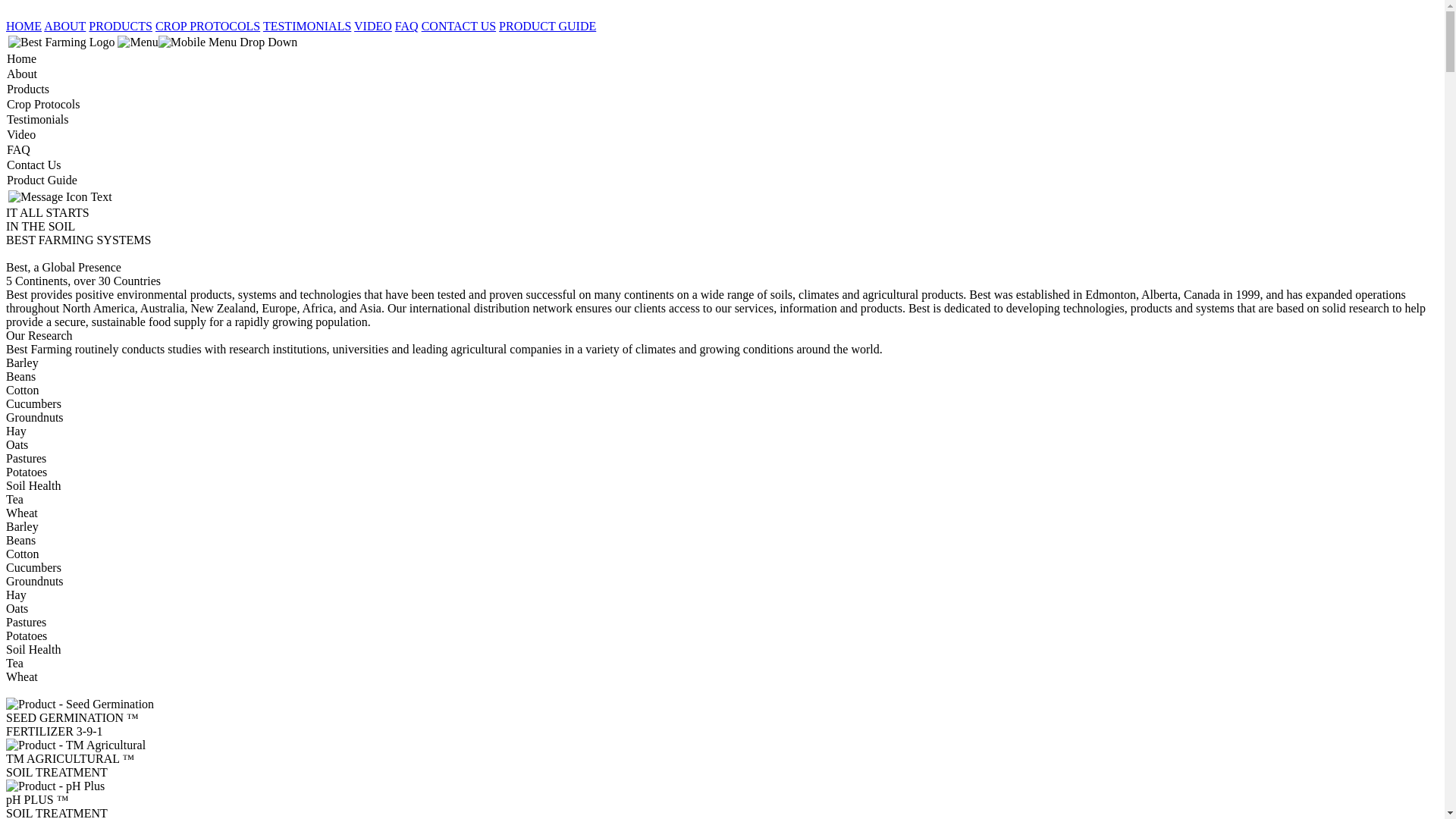 Image resolution: width=1456 pixels, height=819 pixels. What do you see at coordinates (64, 26) in the screenshot?
I see `'ABOUT'` at bounding box center [64, 26].